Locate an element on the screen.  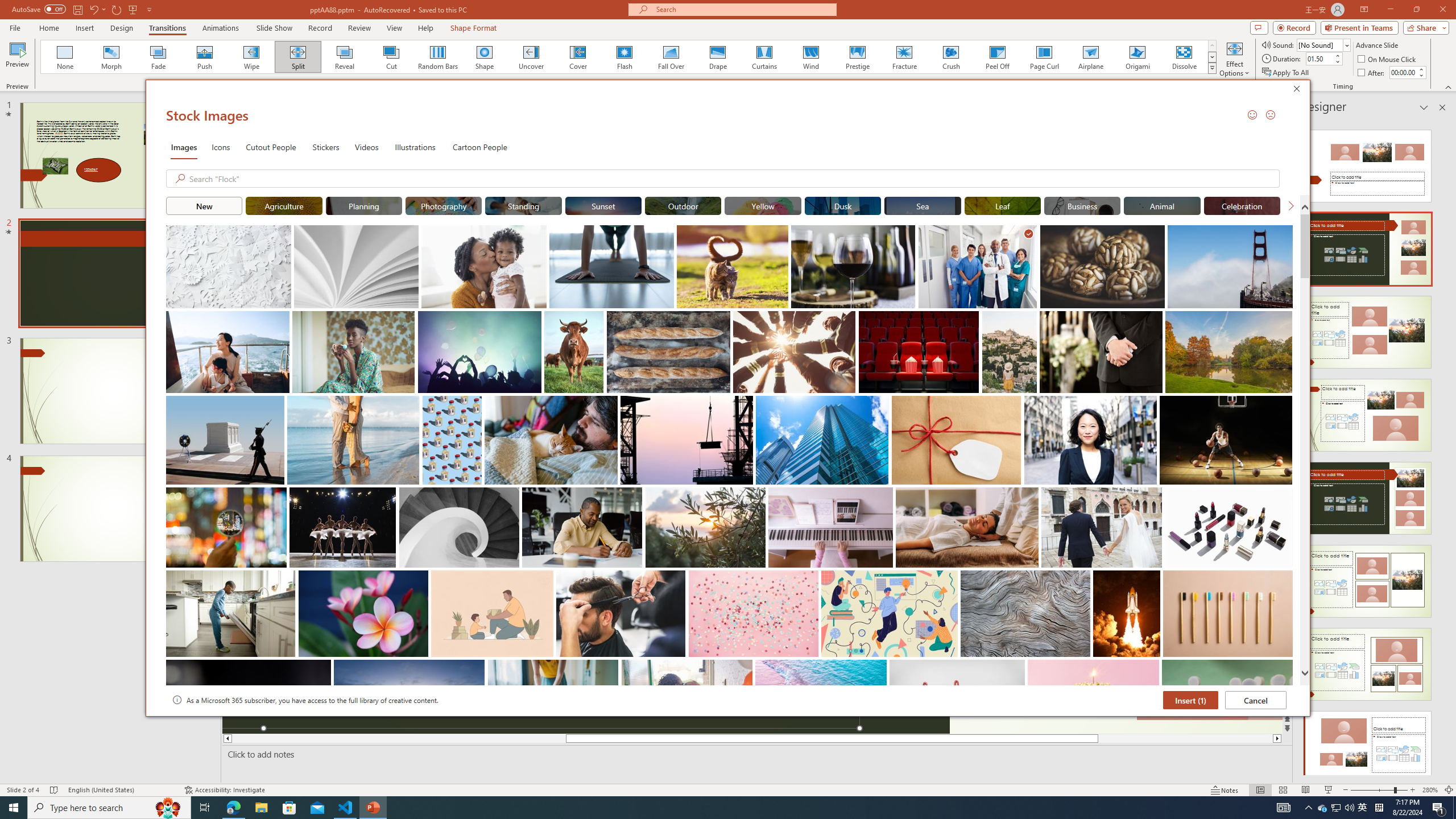
'Curtains' is located at coordinates (764, 56).